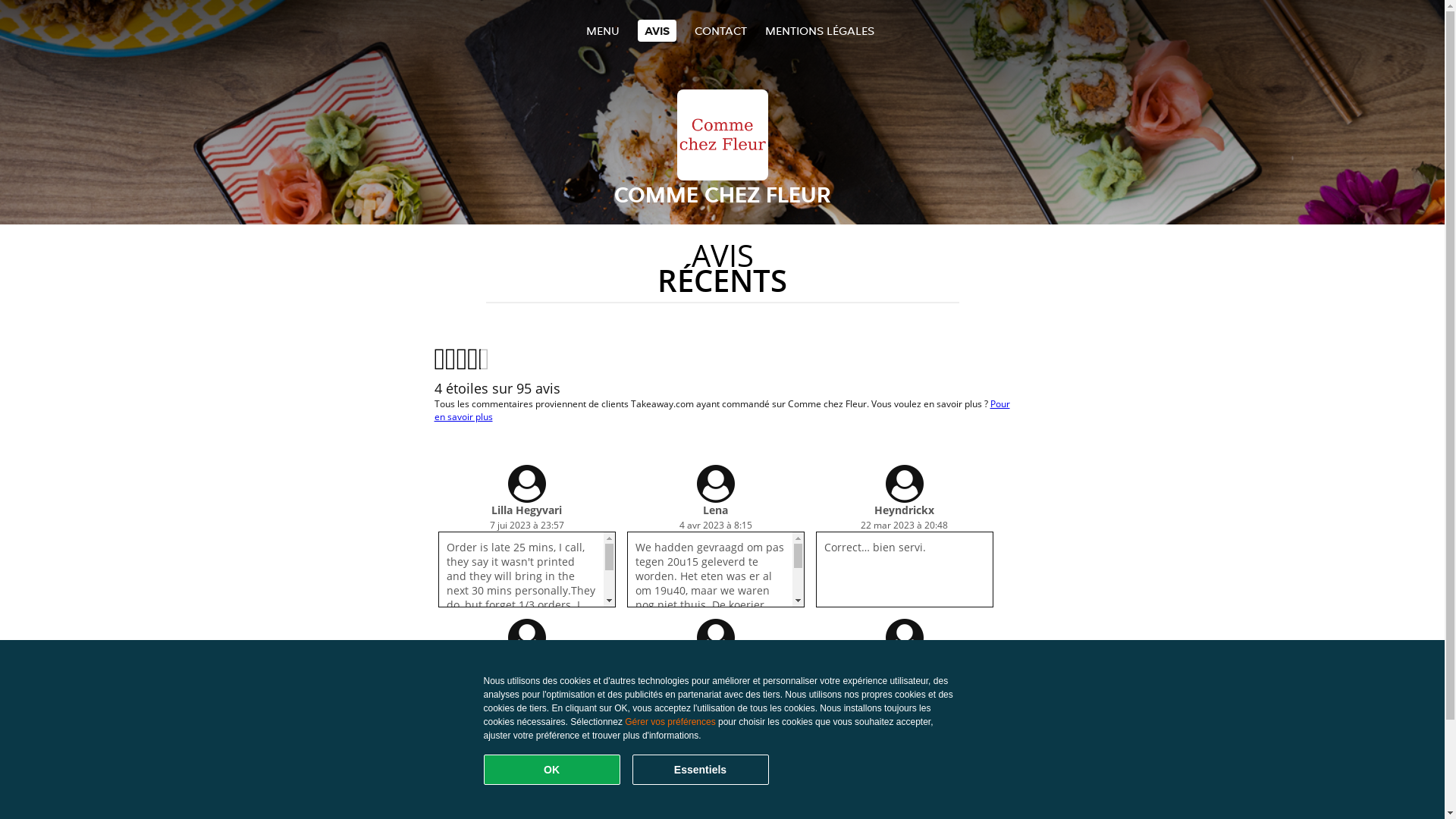 This screenshot has width=1456, height=819. What do you see at coordinates (551, 769) in the screenshot?
I see `'OK'` at bounding box center [551, 769].